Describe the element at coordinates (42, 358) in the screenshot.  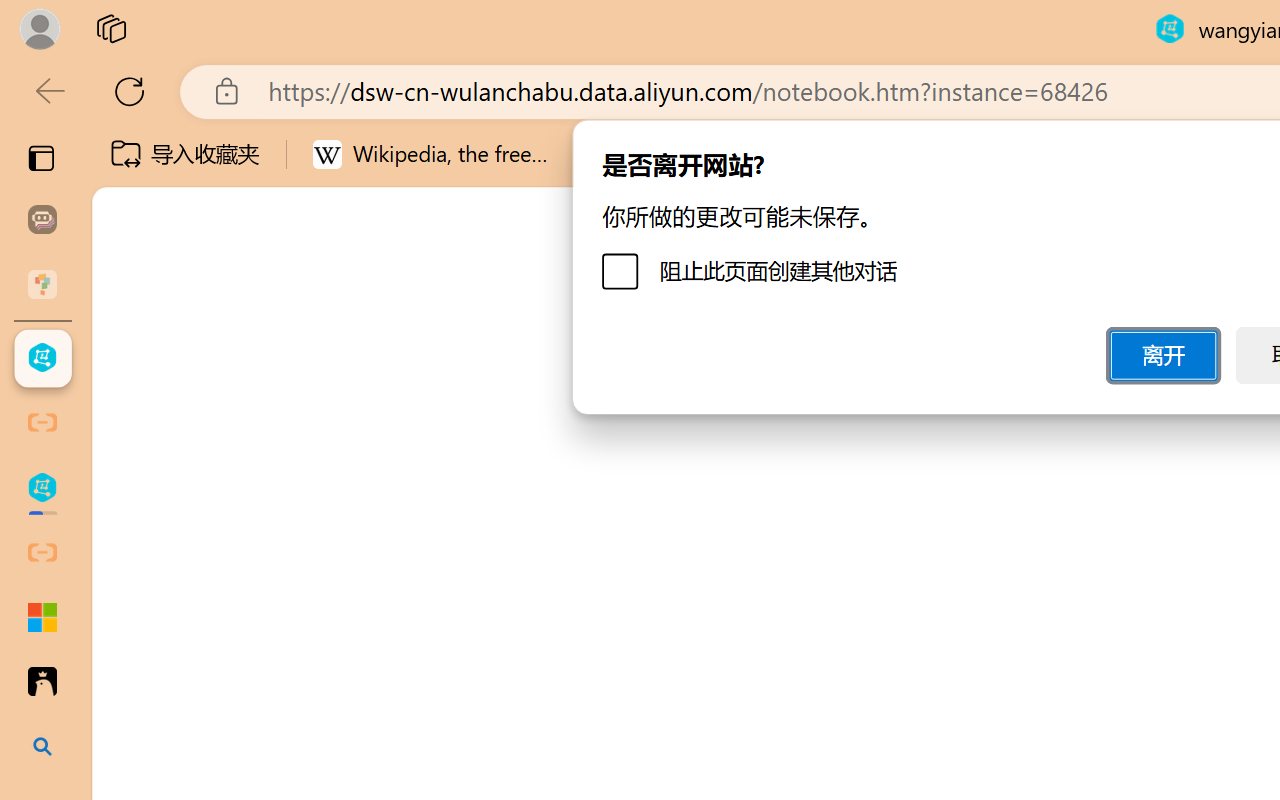
I see `'wangyian_dsw - DSW'` at that location.